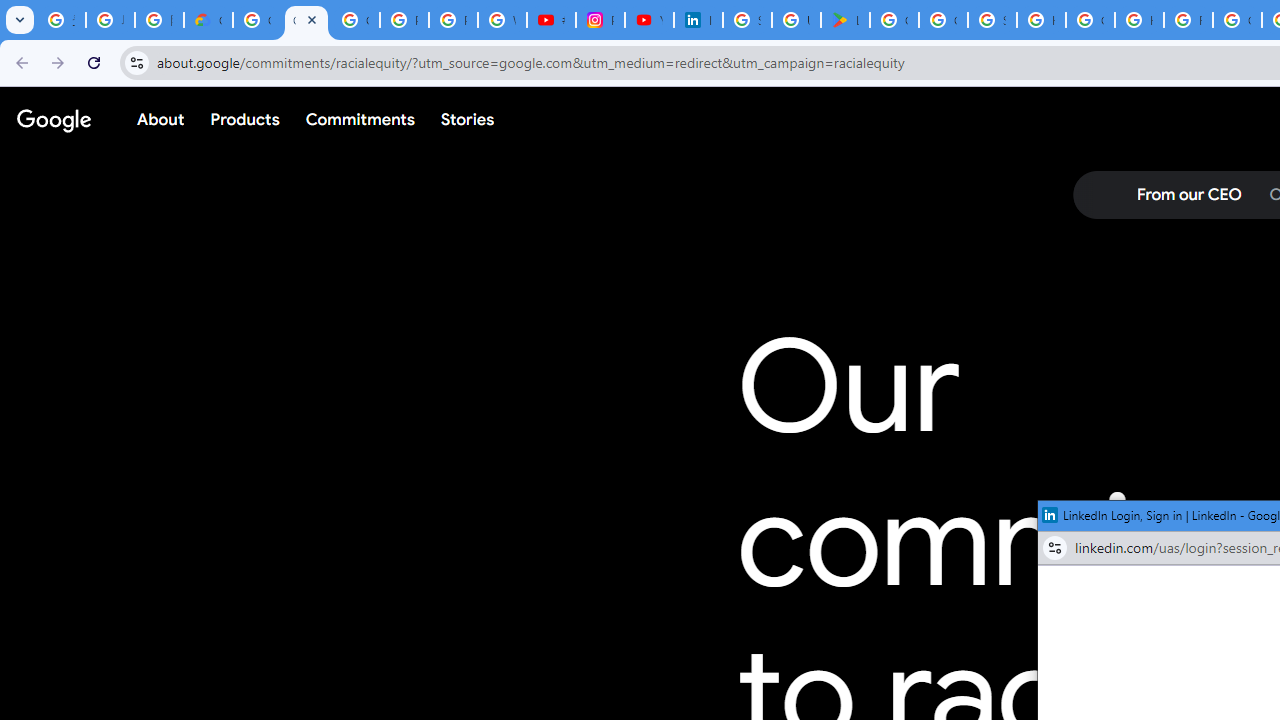 The width and height of the screenshot is (1280, 720). What do you see at coordinates (1139, 20) in the screenshot?
I see `'How do I create a new Google Account? - Google Account Help'` at bounding box center [1139, 20].